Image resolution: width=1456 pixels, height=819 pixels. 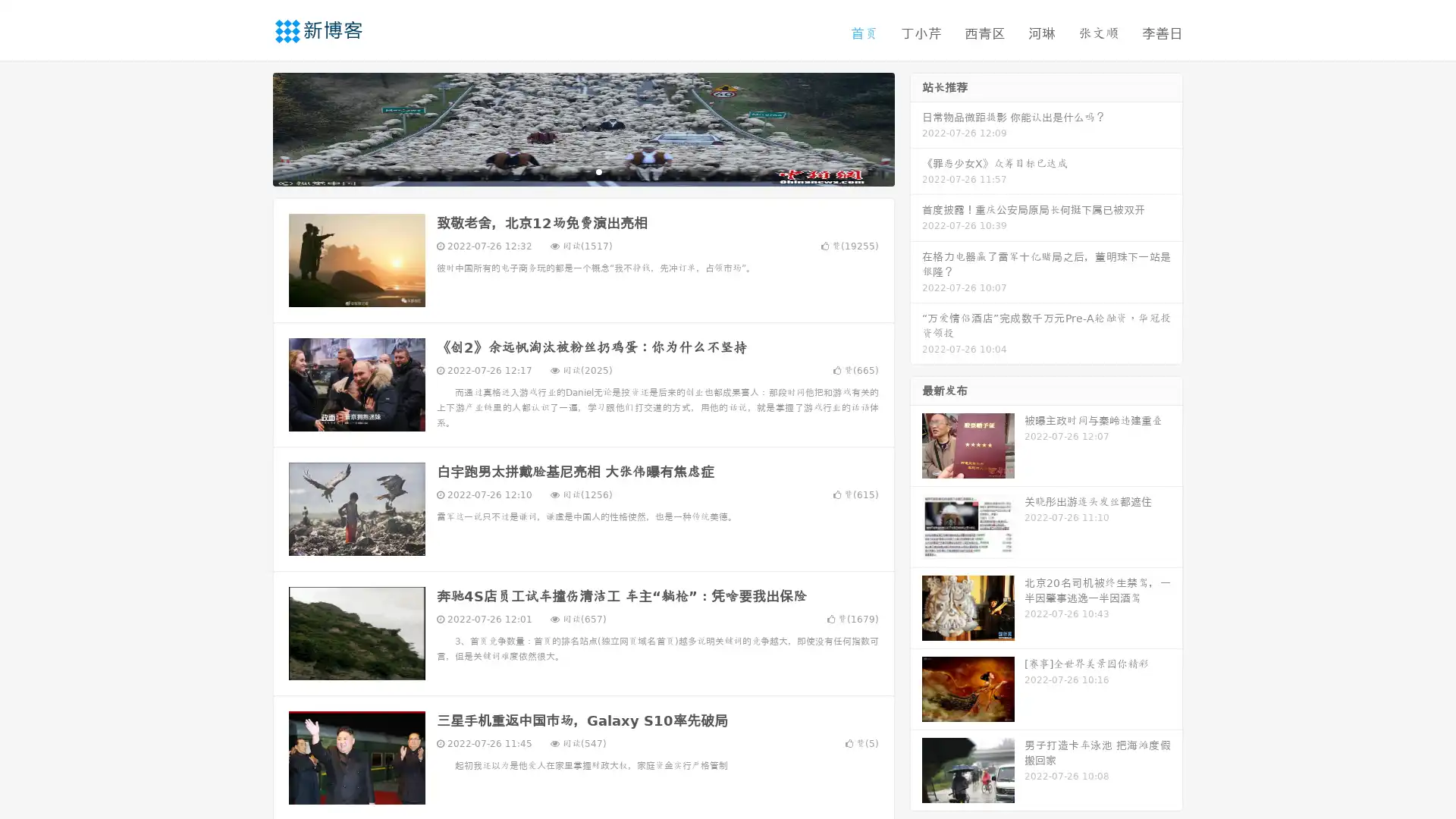 I want to click on Next slide, so click(x=916, y=127).